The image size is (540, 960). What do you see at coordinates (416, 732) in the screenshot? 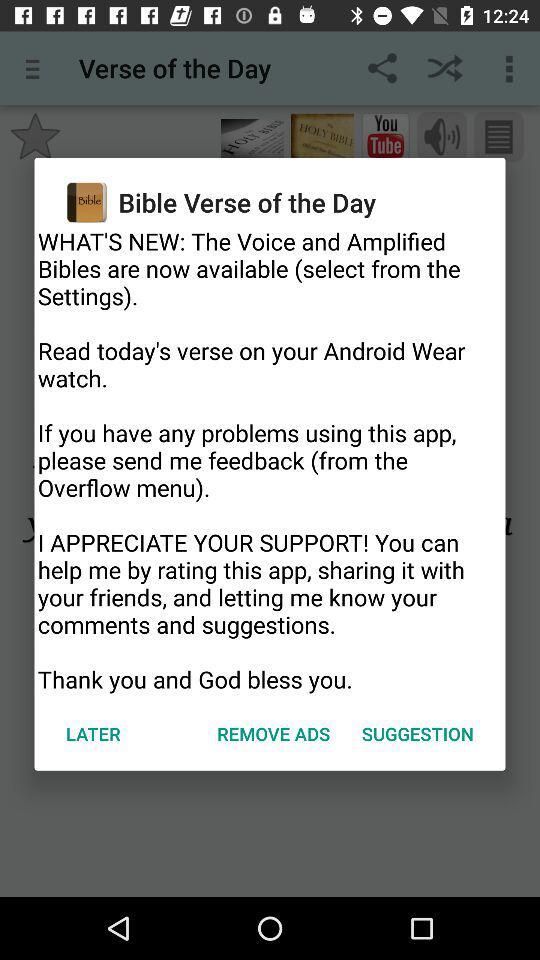
I see `the app below what s new item` at bounding box center [416, 732].